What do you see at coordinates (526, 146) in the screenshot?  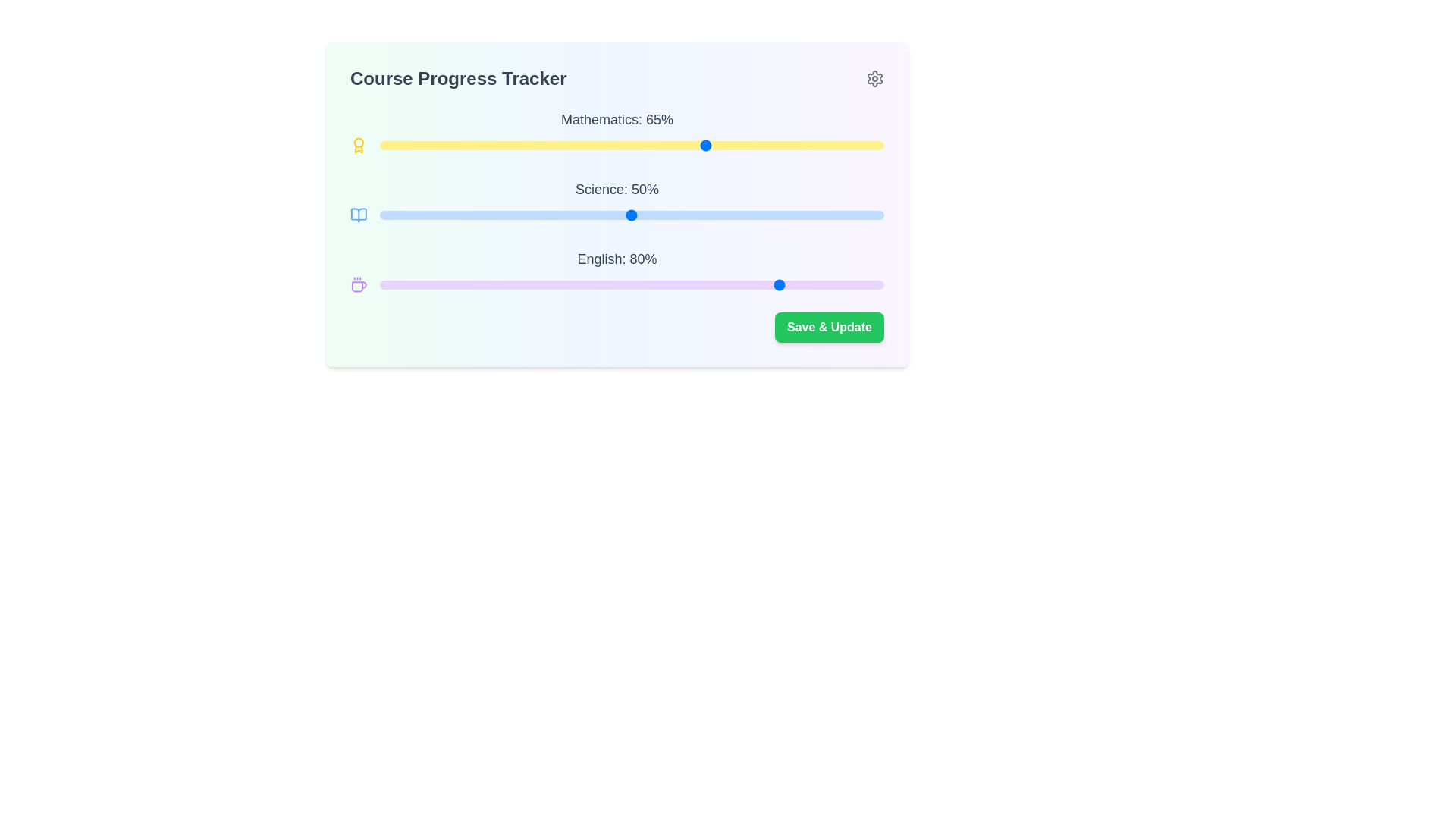 I see `the mathematics progress` at bounding box center [526, 146].